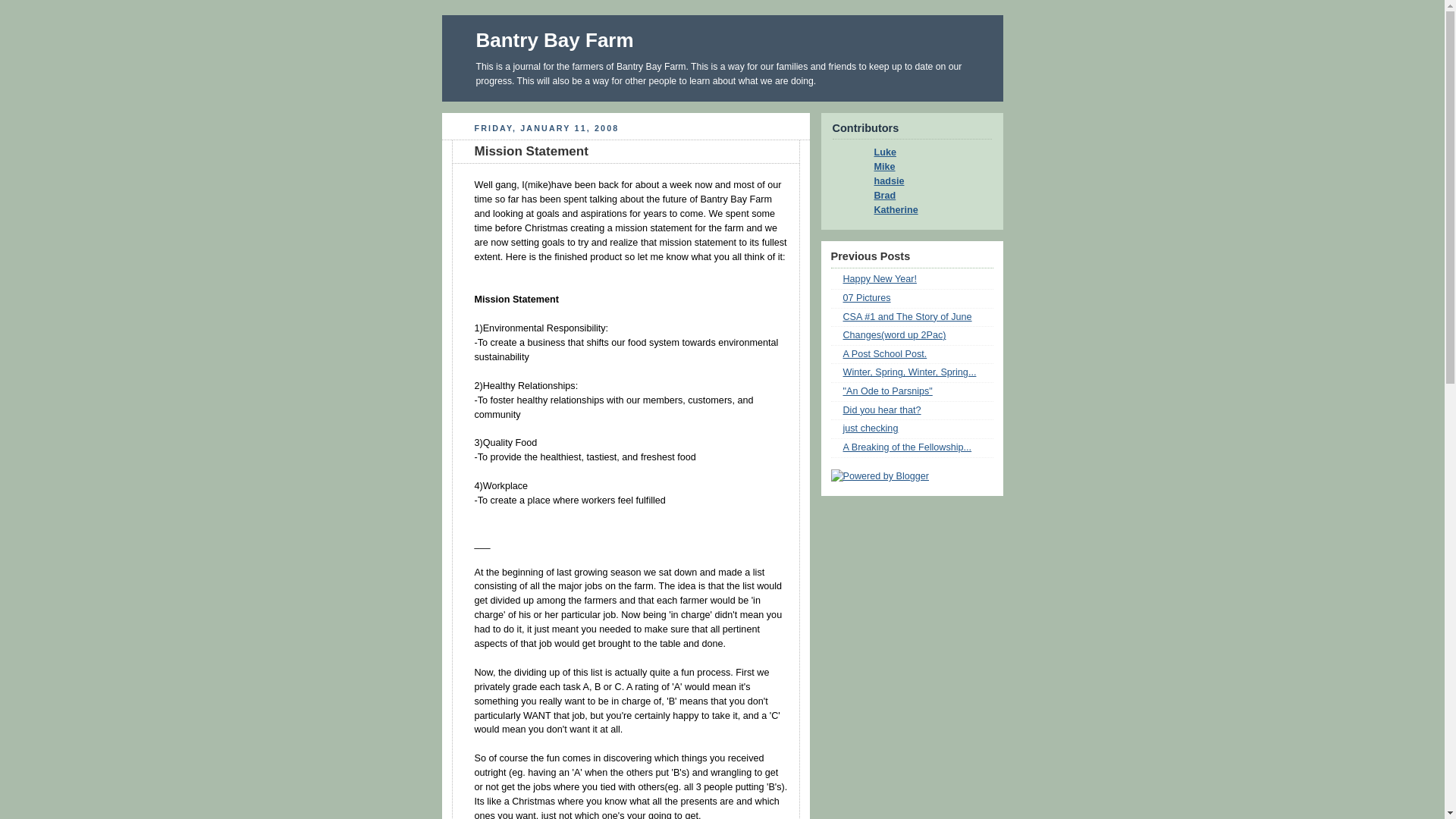 The width and height of the screenshot is (1456, 819). I want to click on 'Bantry Bay Farm', so click(475, 39).